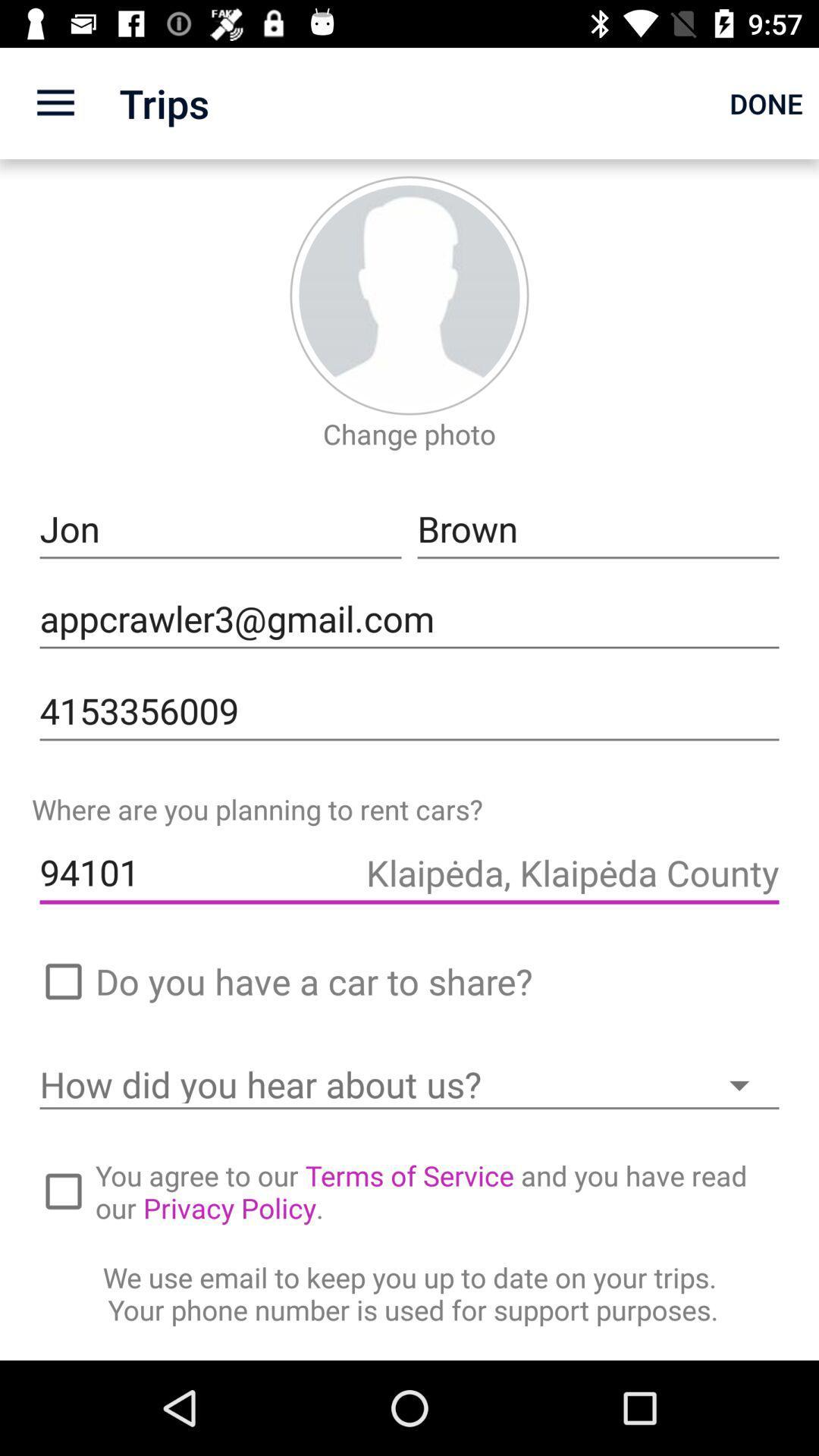 The image size is (819, 1456). Describe the element at coordinates (55, 102) in the screenshot. I see `app to the left of trips app` at that location.